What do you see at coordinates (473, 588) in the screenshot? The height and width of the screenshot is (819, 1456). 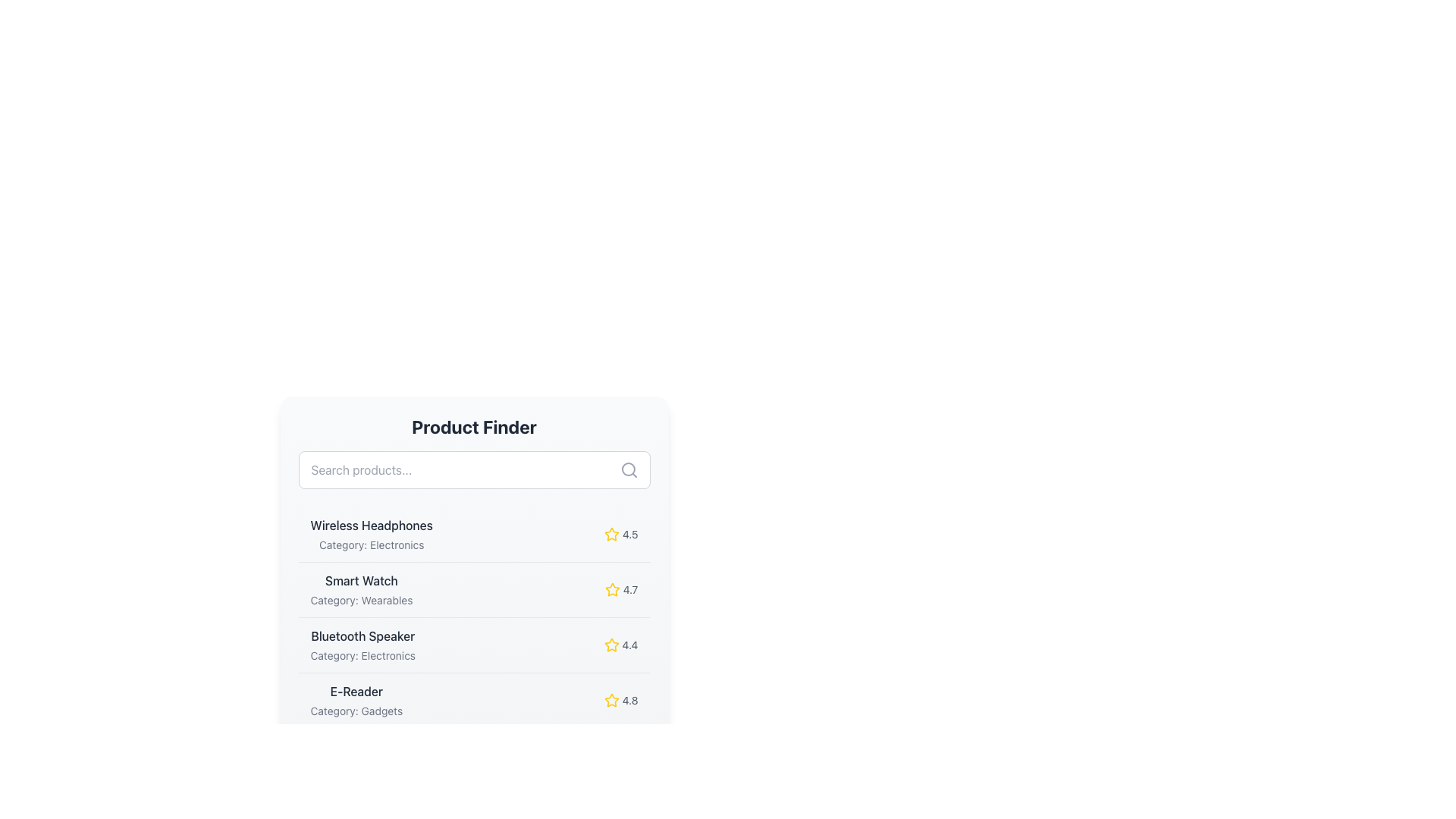 I see `the second product item in the 'Product Finder' interface, which is a 'Smart Watch' with a rating of '4.7'` at bounding box center [473, 588].